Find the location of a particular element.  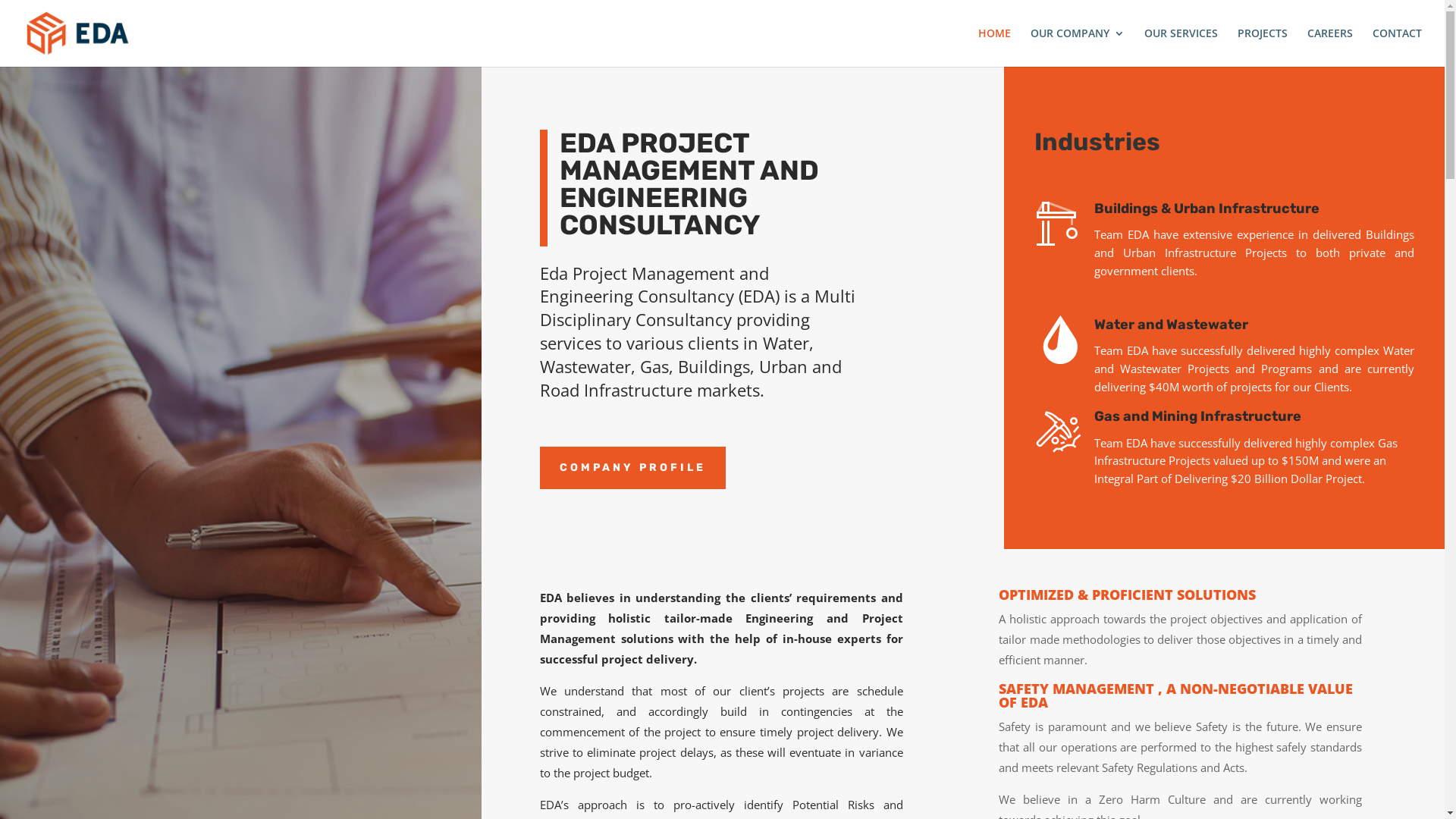

'CONTACT' is located at coordinates (1396, 46).